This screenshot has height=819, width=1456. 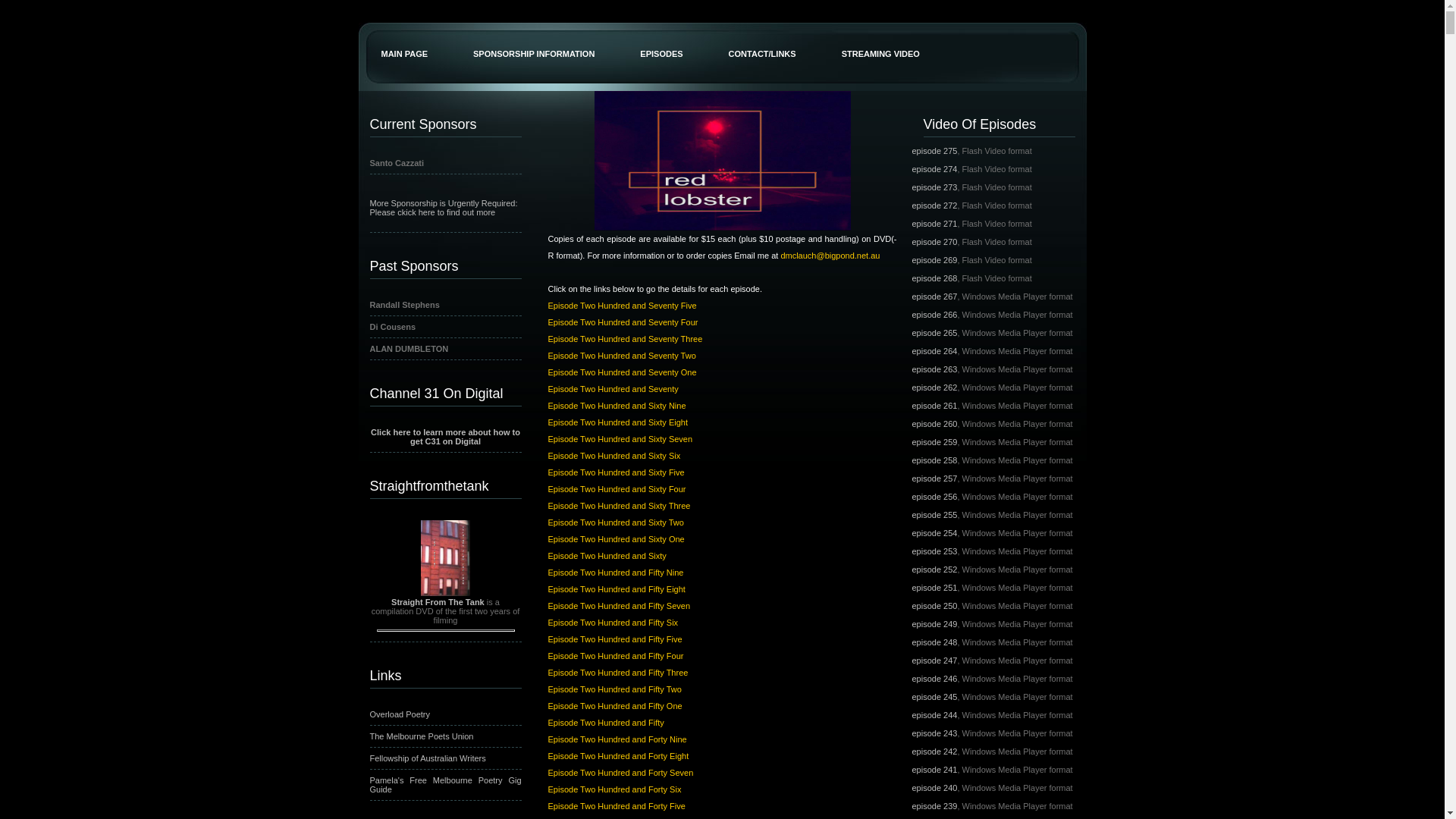 I want to click on 'Episode Two Hundred and Seventy One', so click(x=622, y=372).